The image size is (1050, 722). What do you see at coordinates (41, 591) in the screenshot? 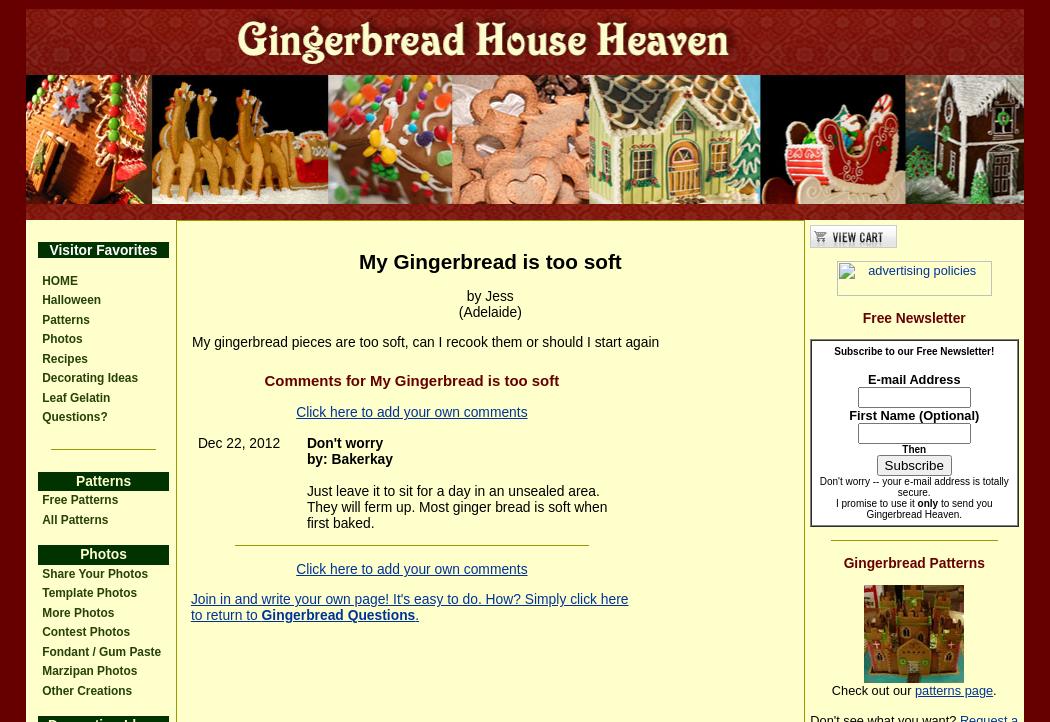
I see `'Template Photos'` at bounding box center [41, 591].